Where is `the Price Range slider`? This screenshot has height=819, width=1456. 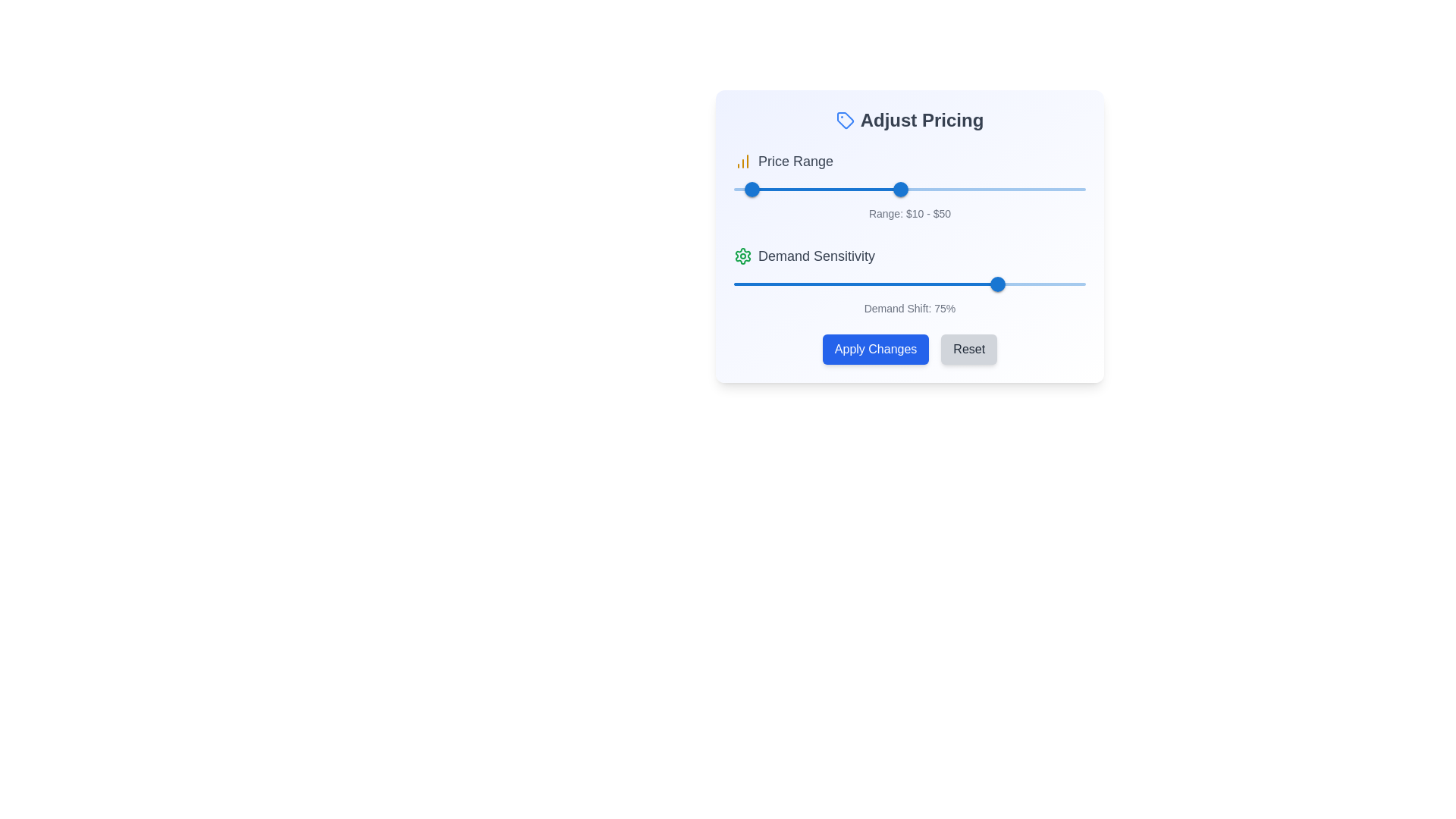
the Price Range slider is located at coordinates (902, 189).